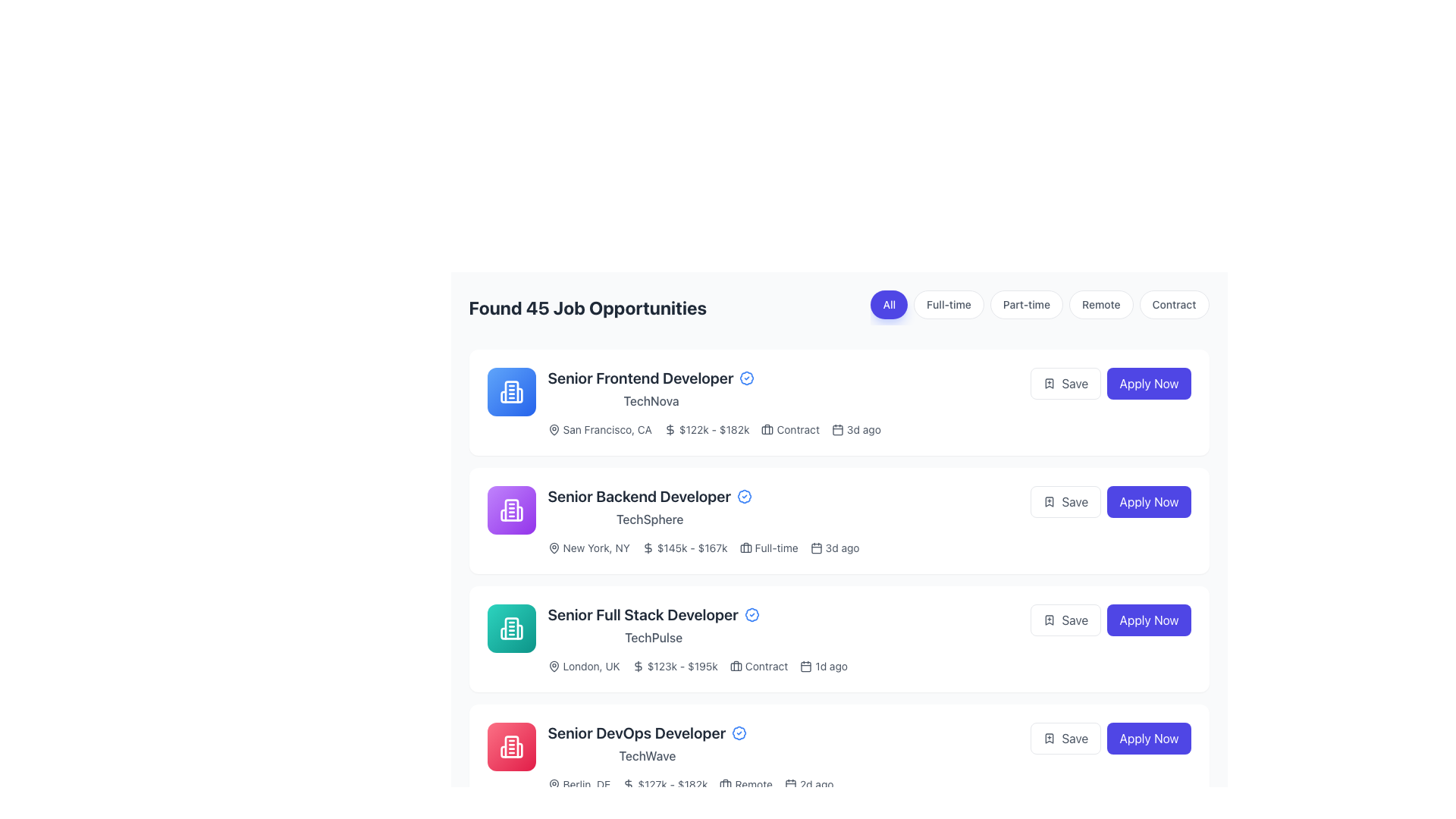 This screenshot has width=1456, height=819. Describe the element at coordinates (647, 755) in the screenshot. I see `the 'TechWave' text label, which is styled in medium-sized gray font and positioned below the 'Senior DevOps Developer' title in the job card` at that location.